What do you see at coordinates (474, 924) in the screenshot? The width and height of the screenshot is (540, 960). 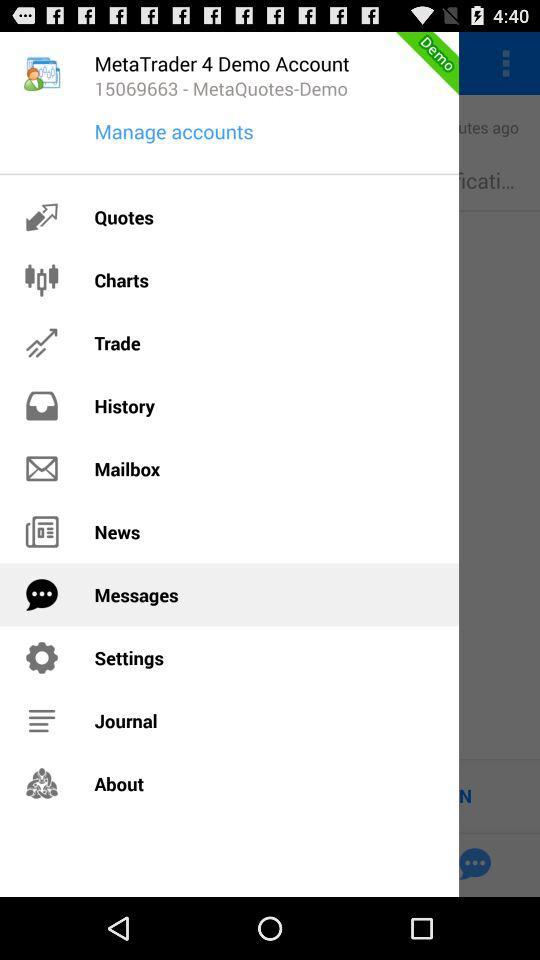 I see `the chat icon` at bounding box center [474, 924].